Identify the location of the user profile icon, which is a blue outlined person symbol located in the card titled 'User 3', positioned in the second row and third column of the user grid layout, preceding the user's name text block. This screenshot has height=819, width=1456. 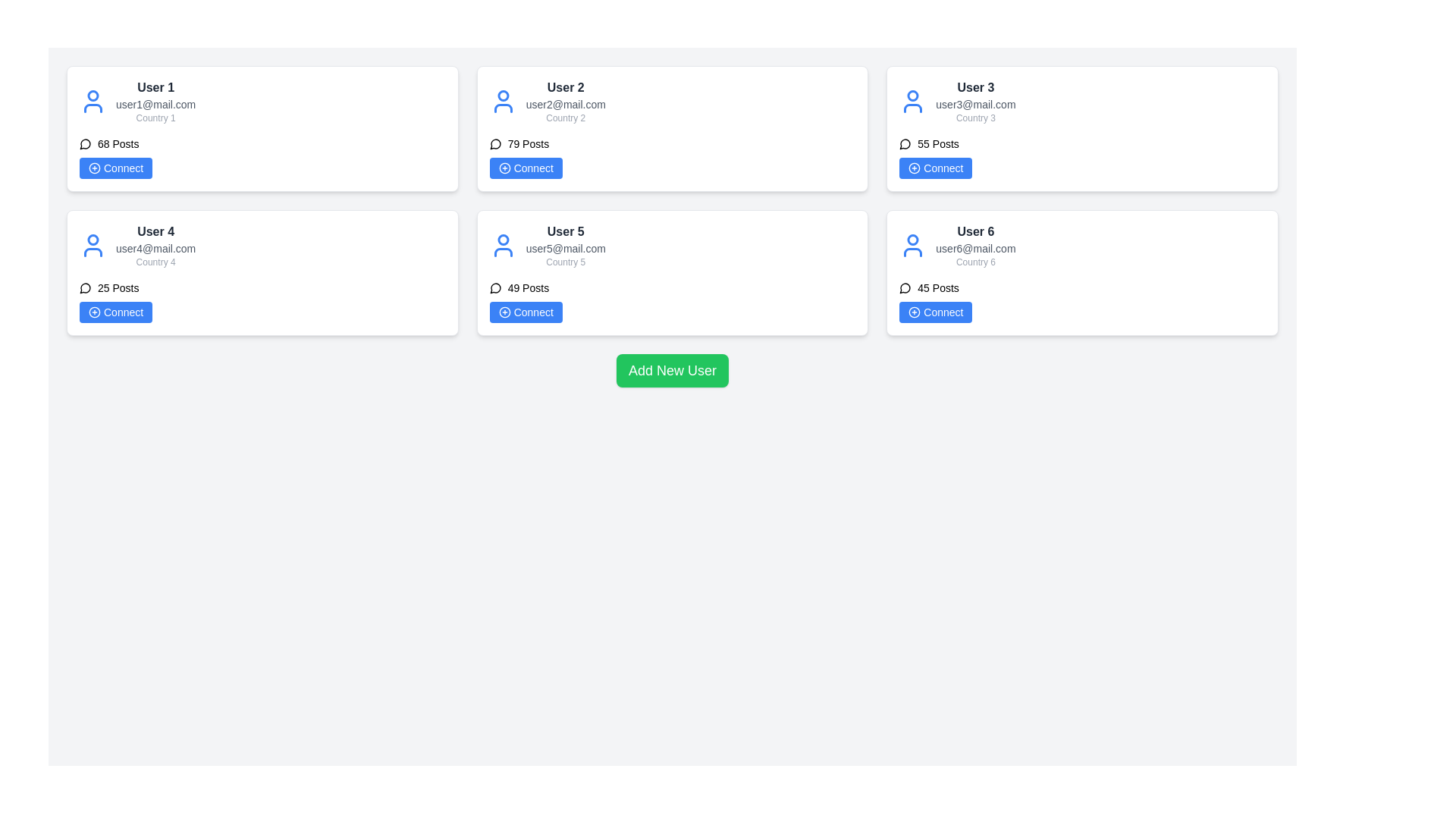
(912, 102).